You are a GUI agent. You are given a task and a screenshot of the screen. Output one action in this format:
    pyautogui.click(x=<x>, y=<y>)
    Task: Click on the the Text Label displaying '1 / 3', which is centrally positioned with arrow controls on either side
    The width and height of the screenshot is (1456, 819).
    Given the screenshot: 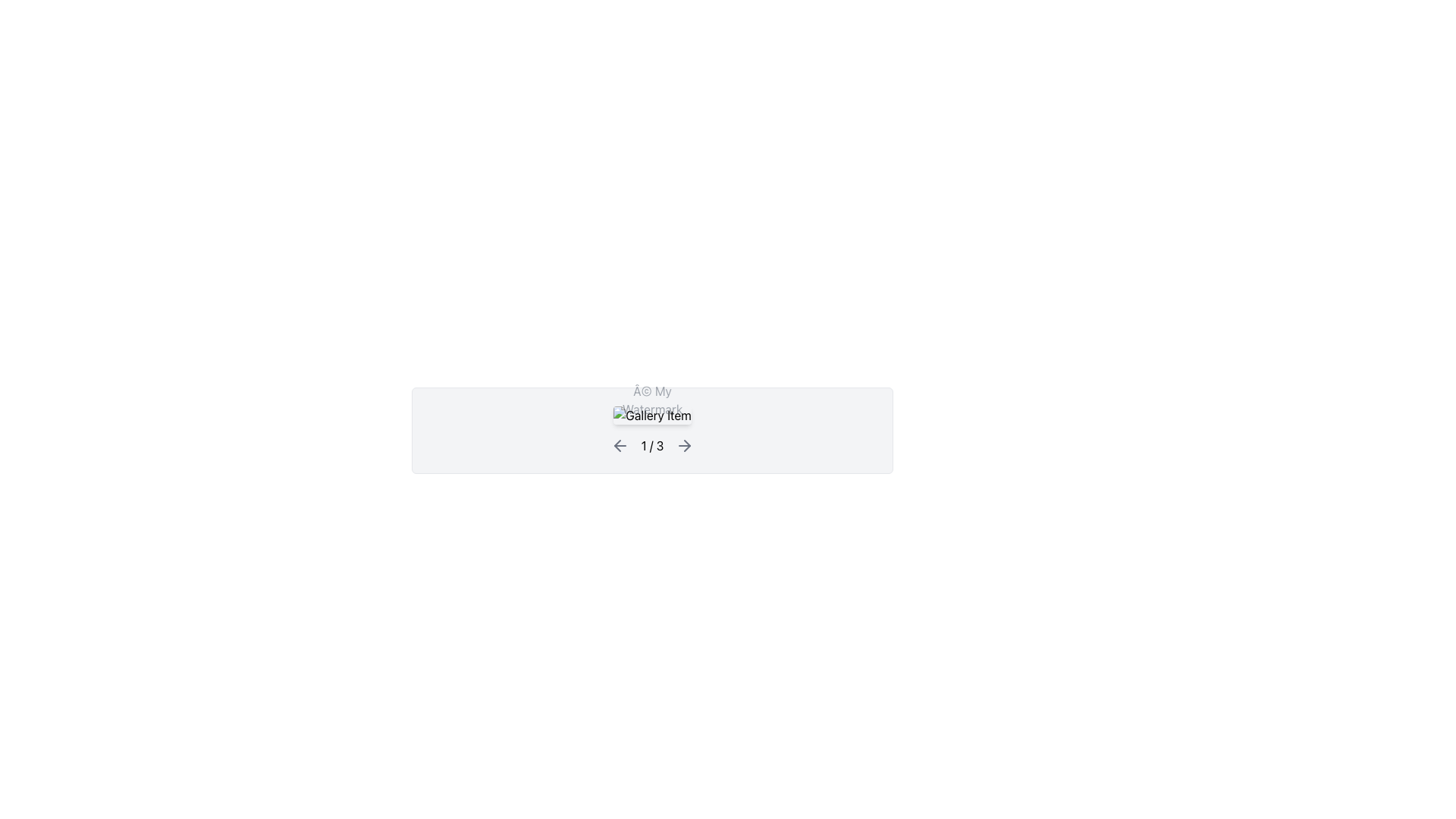 What is the action you would take?
    pyautogui.click(x=652, y=444)
    